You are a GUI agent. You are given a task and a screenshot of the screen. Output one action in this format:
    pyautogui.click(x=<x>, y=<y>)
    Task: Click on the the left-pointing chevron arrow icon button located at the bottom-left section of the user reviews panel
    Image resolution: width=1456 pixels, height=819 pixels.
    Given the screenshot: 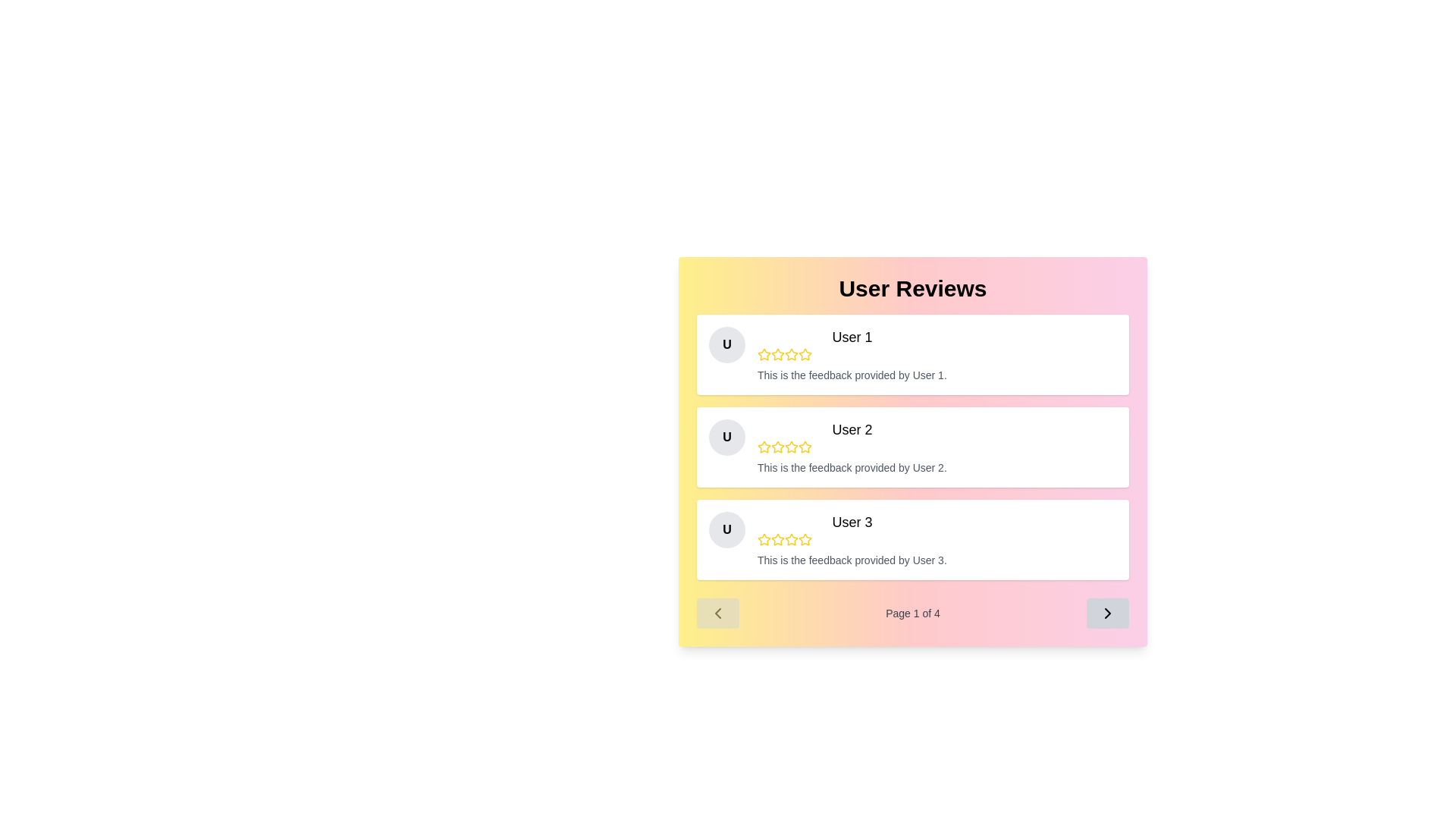 What is the action you would take?
    pyautogui.click(x=717, y=613)
    